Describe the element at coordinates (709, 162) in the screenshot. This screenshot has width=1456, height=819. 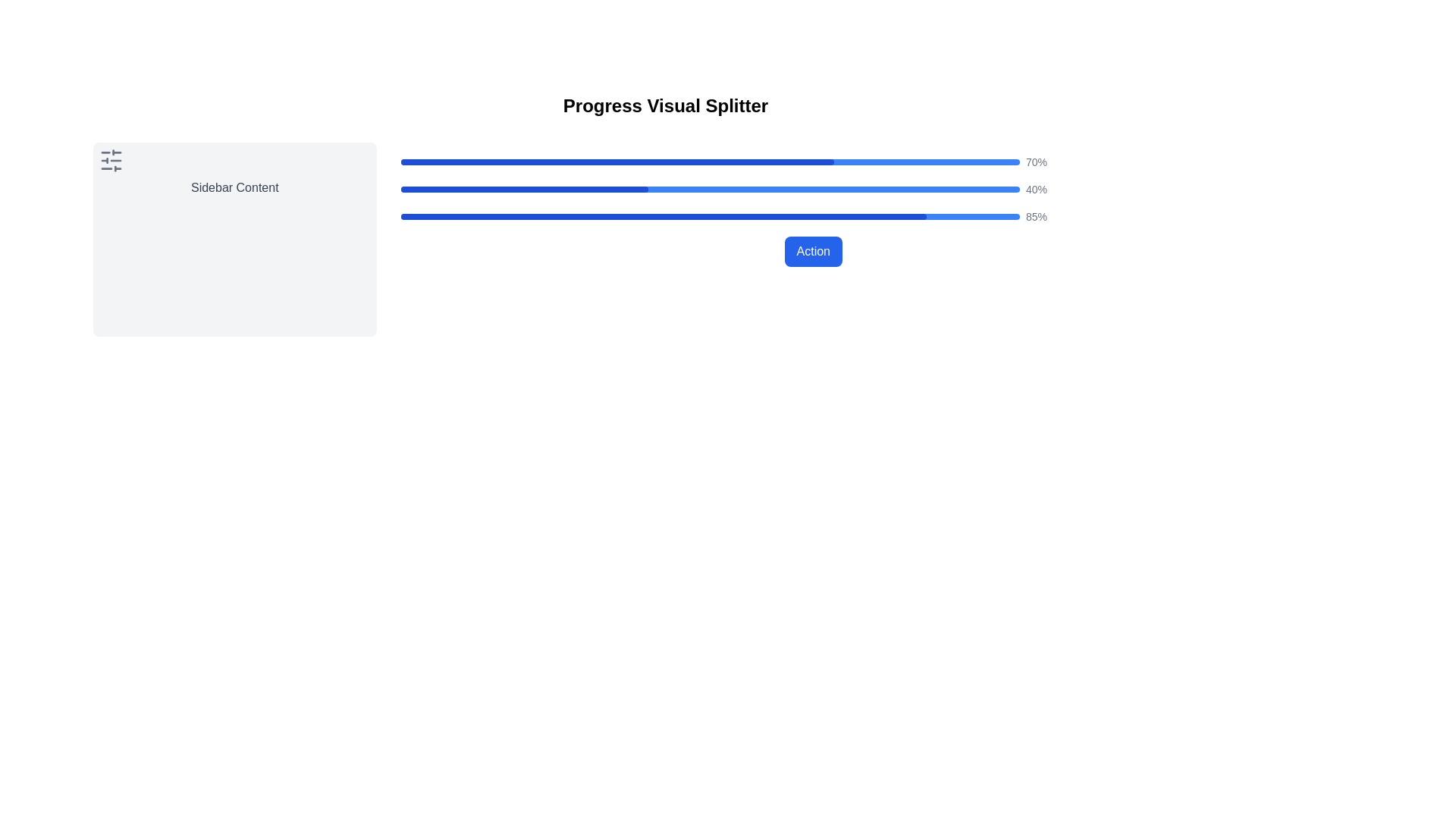
I see `the first progress bar located below the heading 'Progress Visual Splitter', which visually indicates a progress state with a percentage of '70%' aligned to its right` at that location.